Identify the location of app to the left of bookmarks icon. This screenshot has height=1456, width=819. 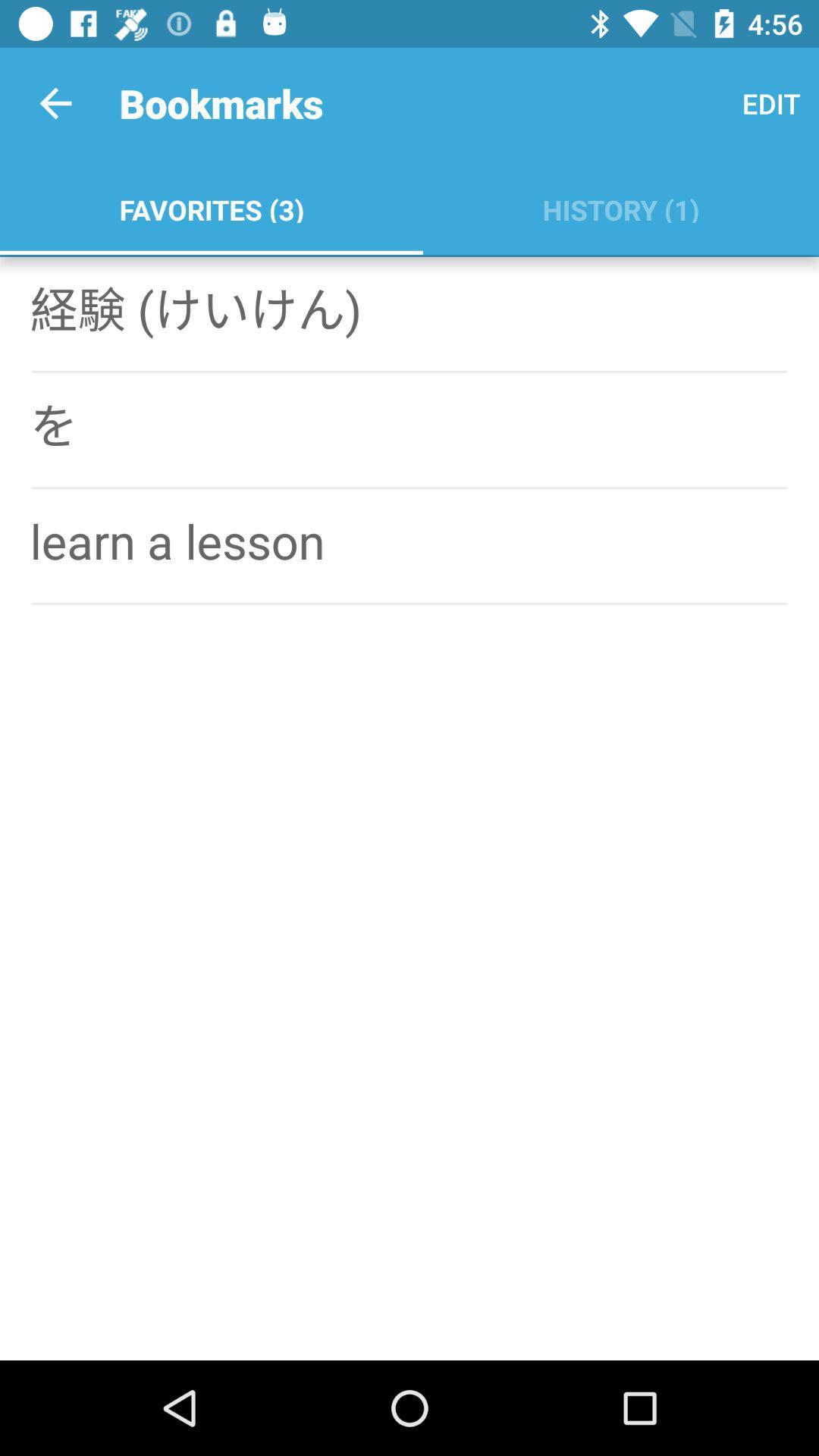
(55, 102).